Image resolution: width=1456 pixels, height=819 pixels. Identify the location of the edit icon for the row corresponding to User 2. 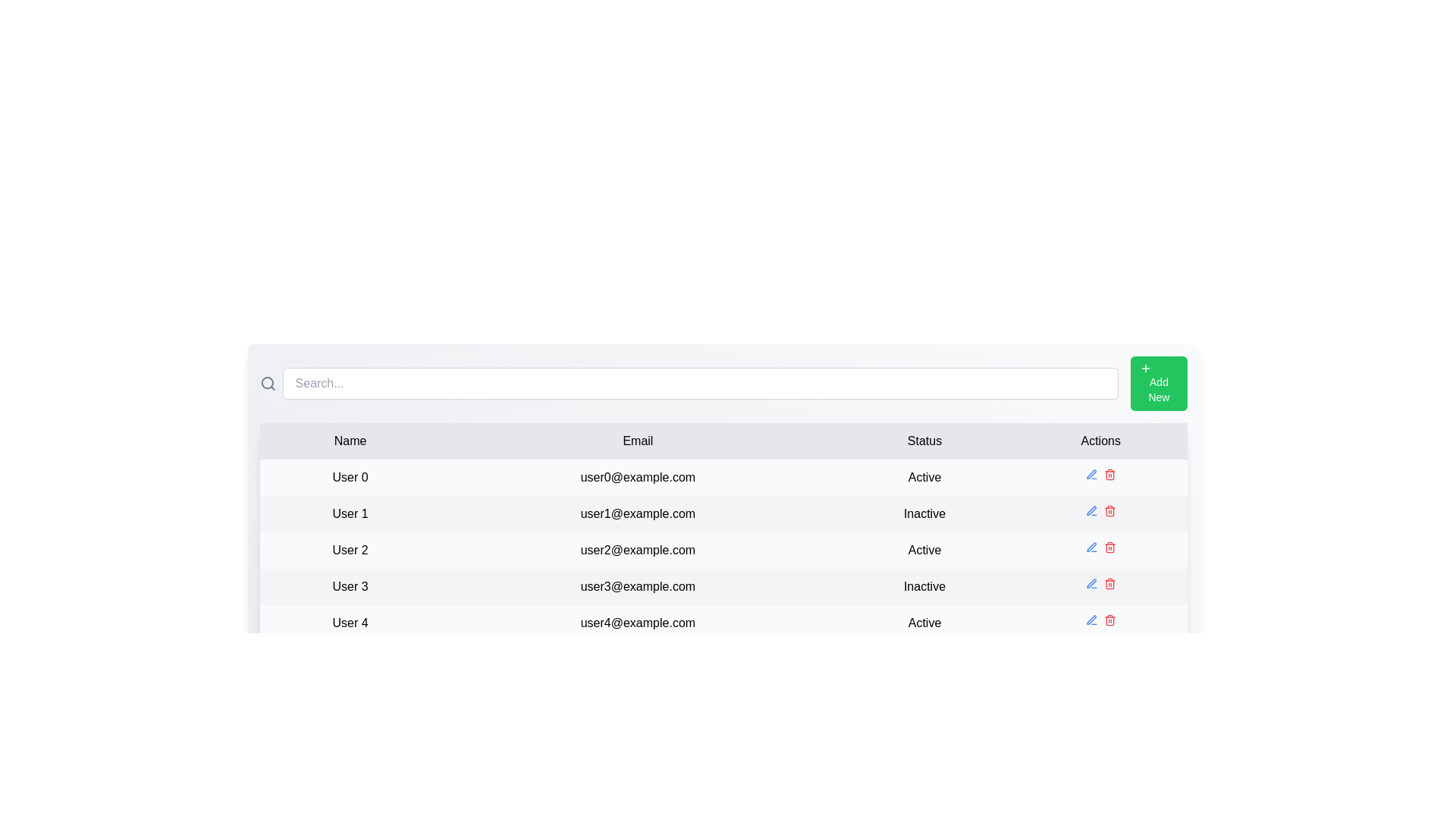
(1090, 547).